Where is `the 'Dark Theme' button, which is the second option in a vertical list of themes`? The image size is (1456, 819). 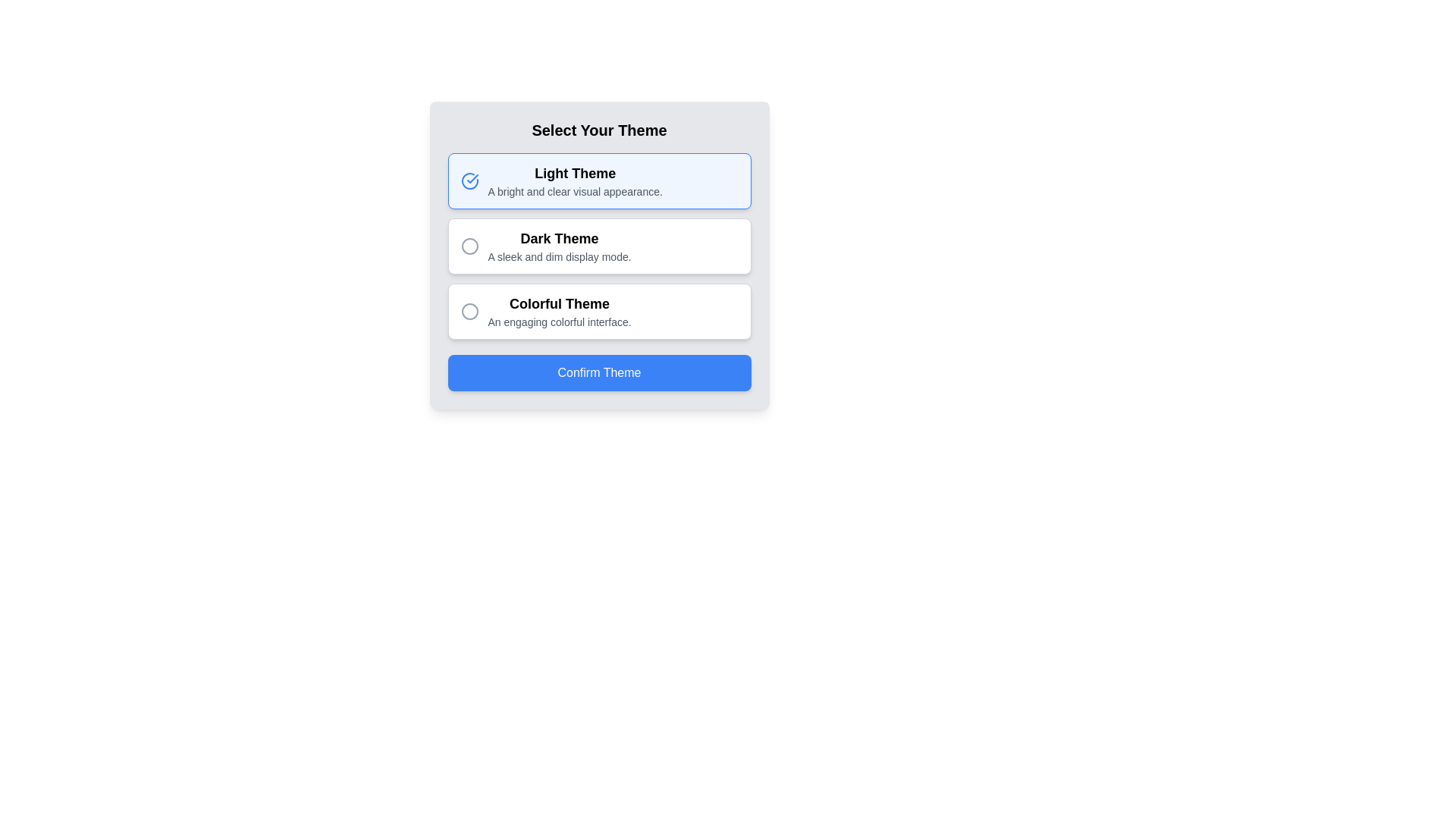
the 'Dark Theme' button, which is the second option in a vertical list of themes is located at coordinates (598, 245).